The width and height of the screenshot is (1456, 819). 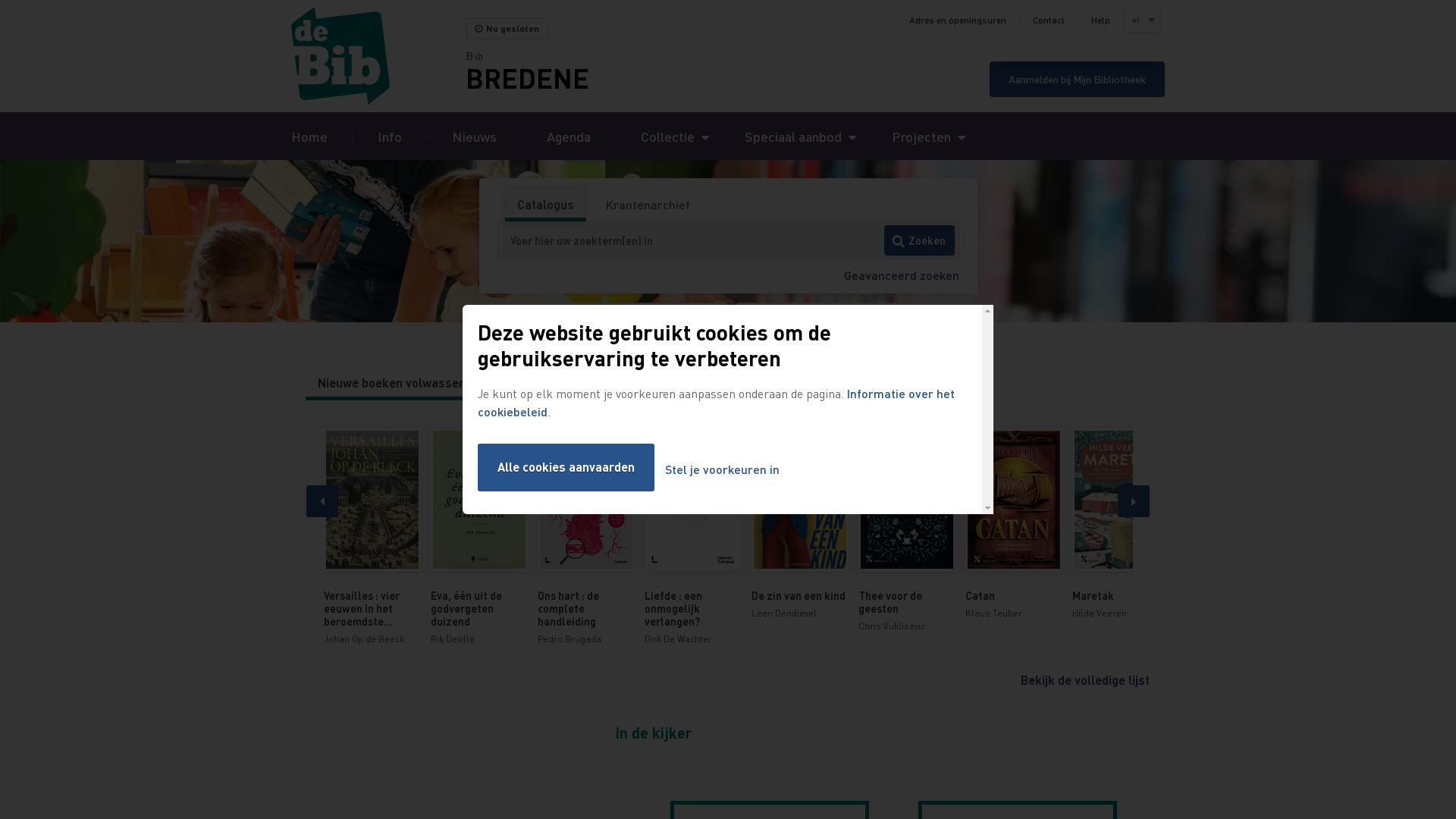 What do you see at coordinates (692, 536) in the screenshot?
I see `'Liefde : een onmogelijk verlangen?` at bounding box center [692, 536].